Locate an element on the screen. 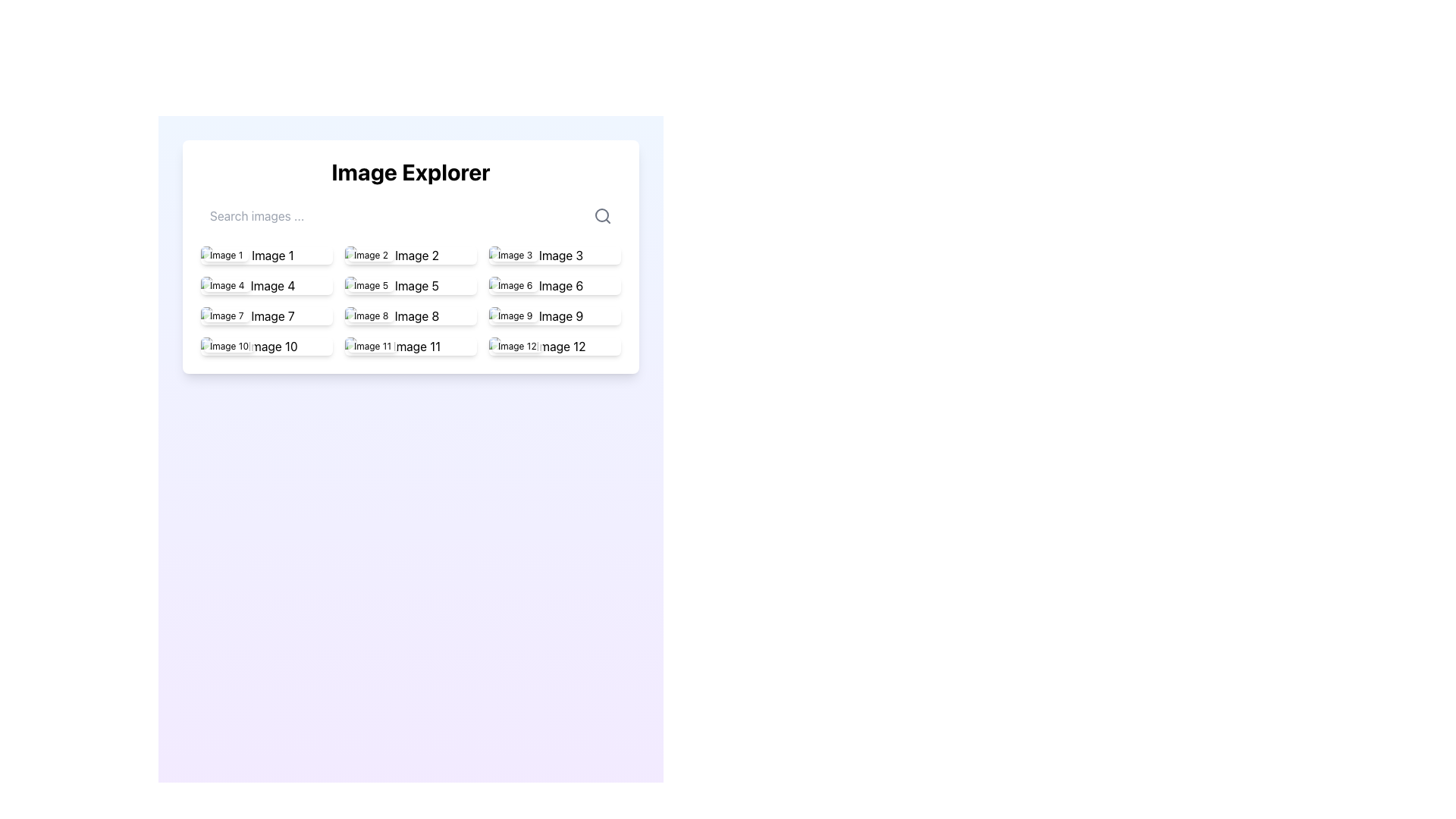 The image size is (1456, 819). the thumbnail representing 'Image 5' is located at coordinates (411, 286).